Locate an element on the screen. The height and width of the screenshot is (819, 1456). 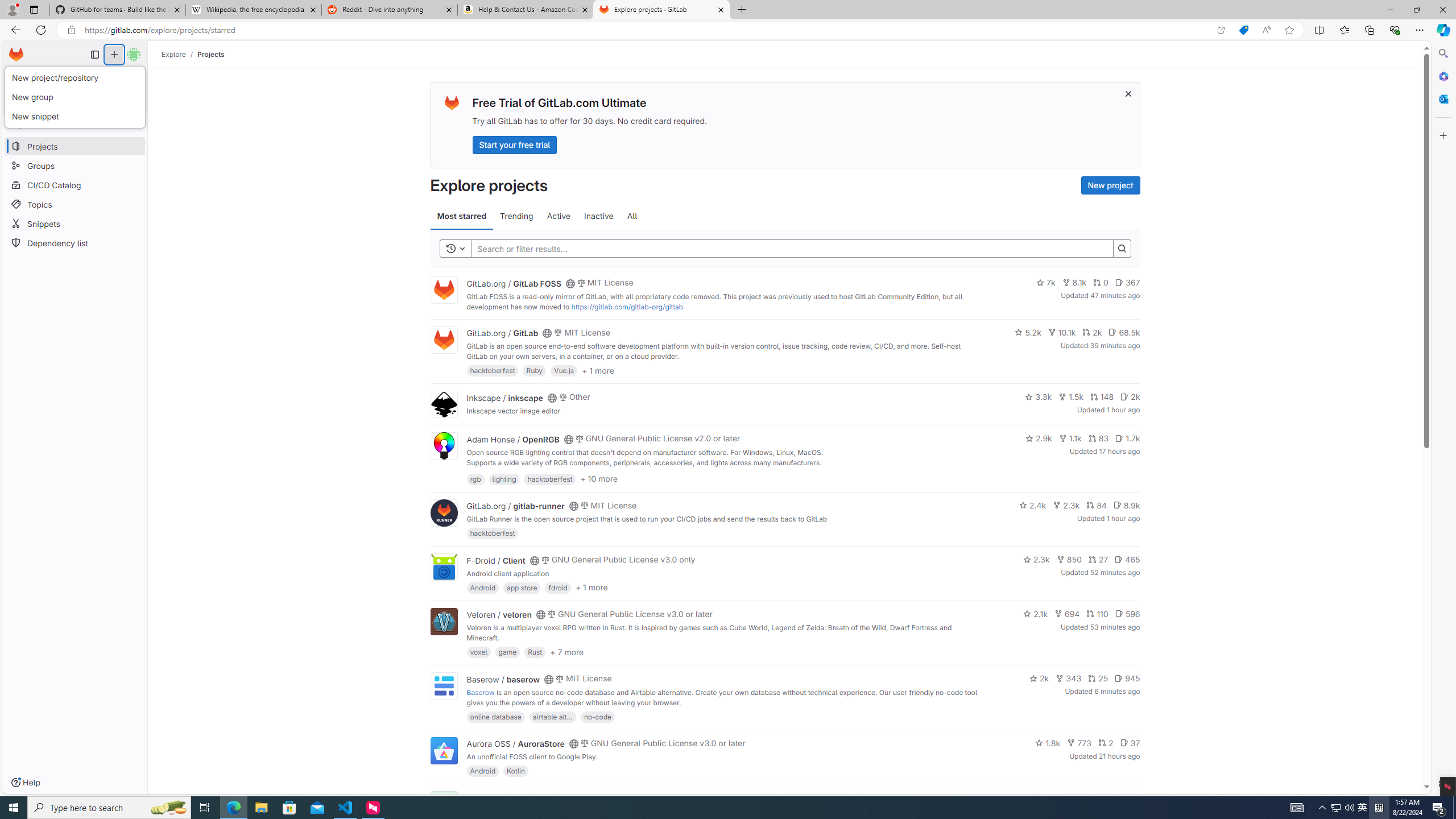
'New snippet' is located at coordinates (74, 116).